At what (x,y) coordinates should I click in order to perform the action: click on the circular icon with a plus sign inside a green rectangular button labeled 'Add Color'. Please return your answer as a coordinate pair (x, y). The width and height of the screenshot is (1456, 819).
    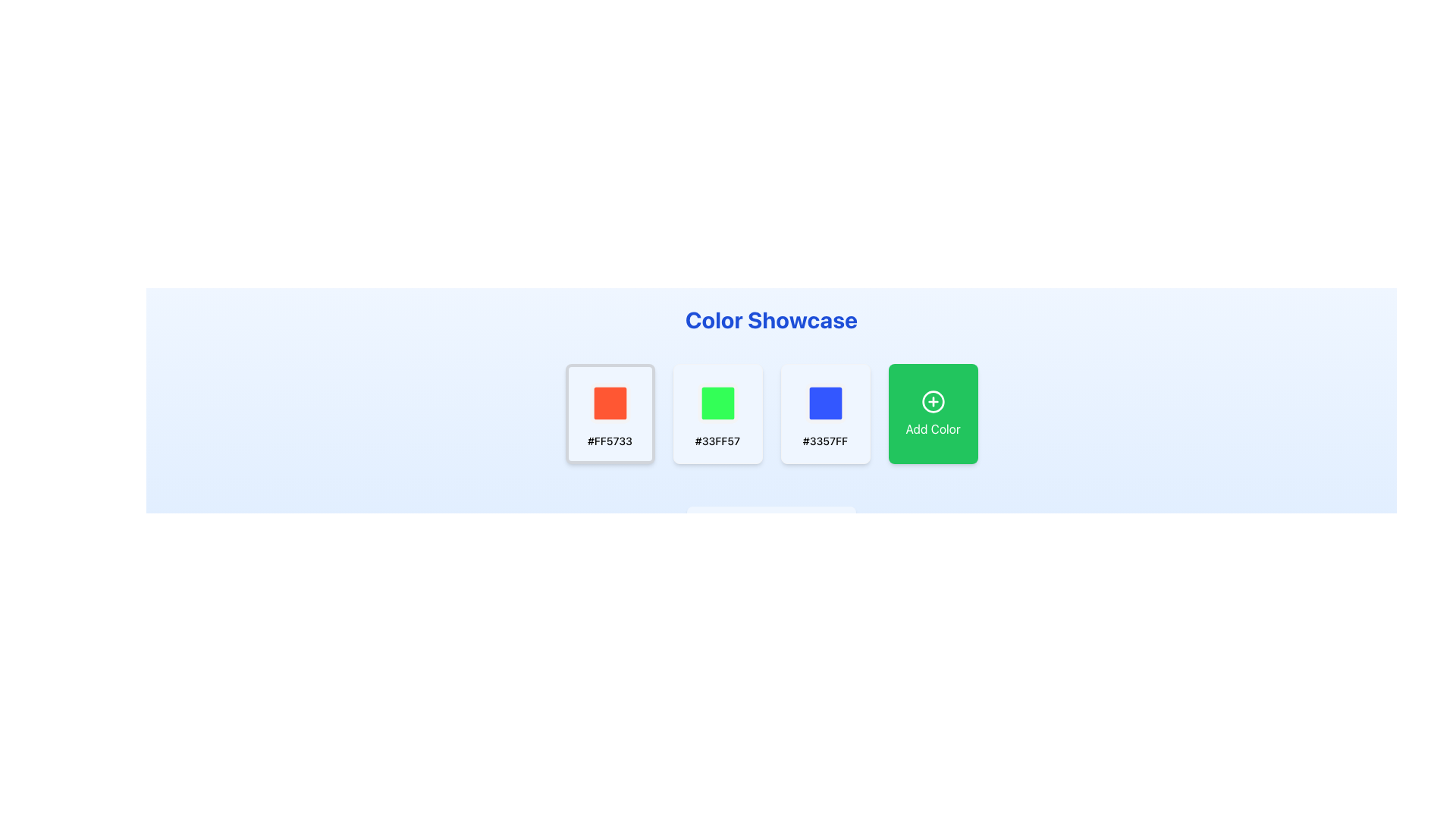
    Looking at the image, I should click on (932, 400).